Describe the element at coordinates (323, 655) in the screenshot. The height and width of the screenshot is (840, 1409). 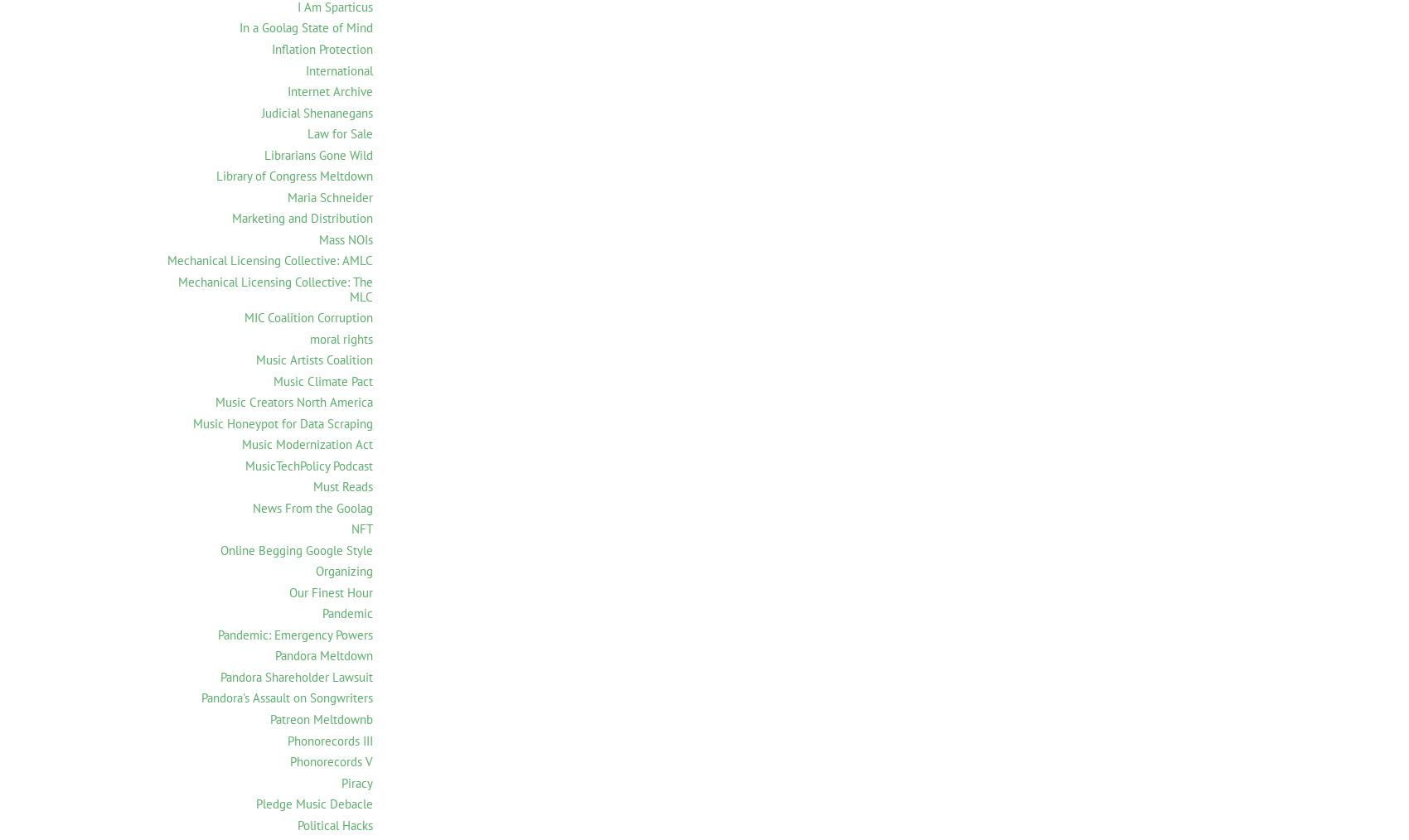
I see `'Pandora Meltdown'` at that location.